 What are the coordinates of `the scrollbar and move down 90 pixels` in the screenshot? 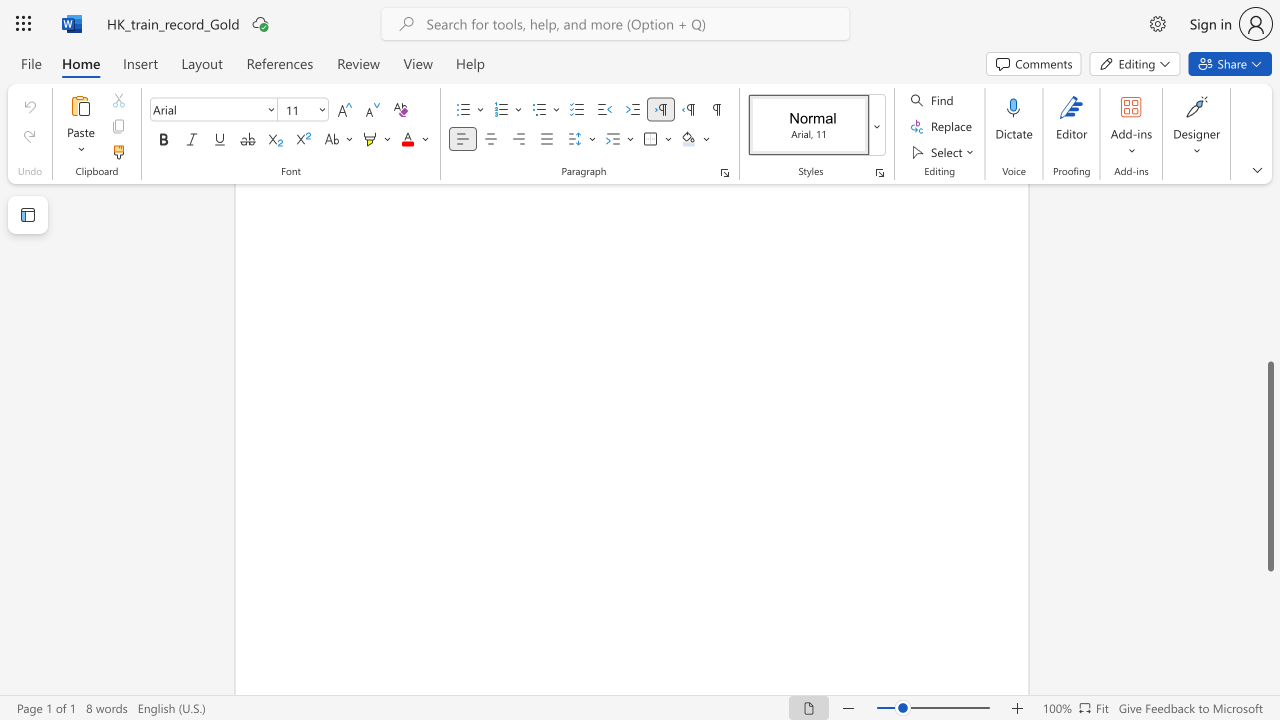 It's located at (1269, 466).